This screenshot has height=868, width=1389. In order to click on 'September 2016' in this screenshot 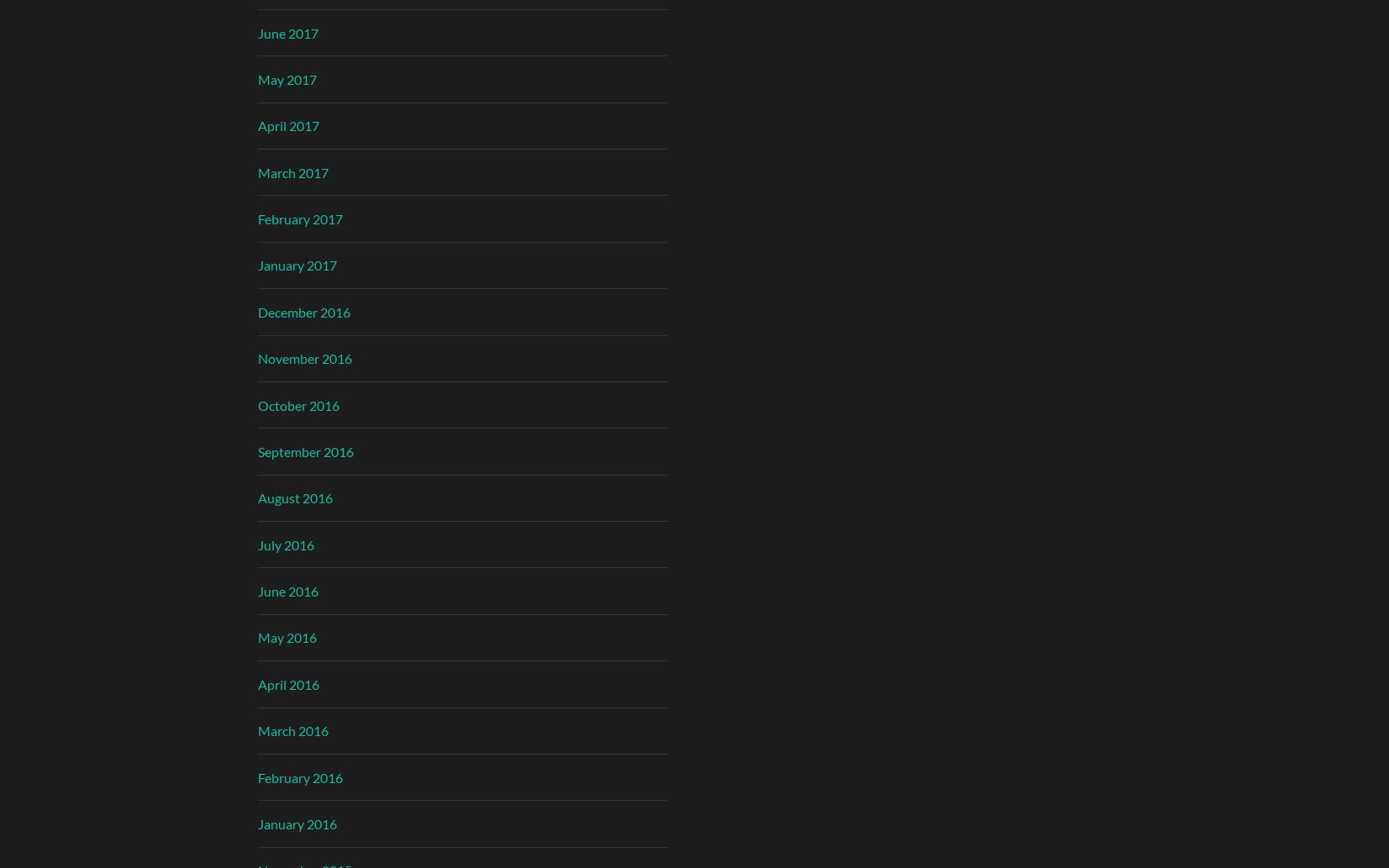, I will do `click(303, 450)`.